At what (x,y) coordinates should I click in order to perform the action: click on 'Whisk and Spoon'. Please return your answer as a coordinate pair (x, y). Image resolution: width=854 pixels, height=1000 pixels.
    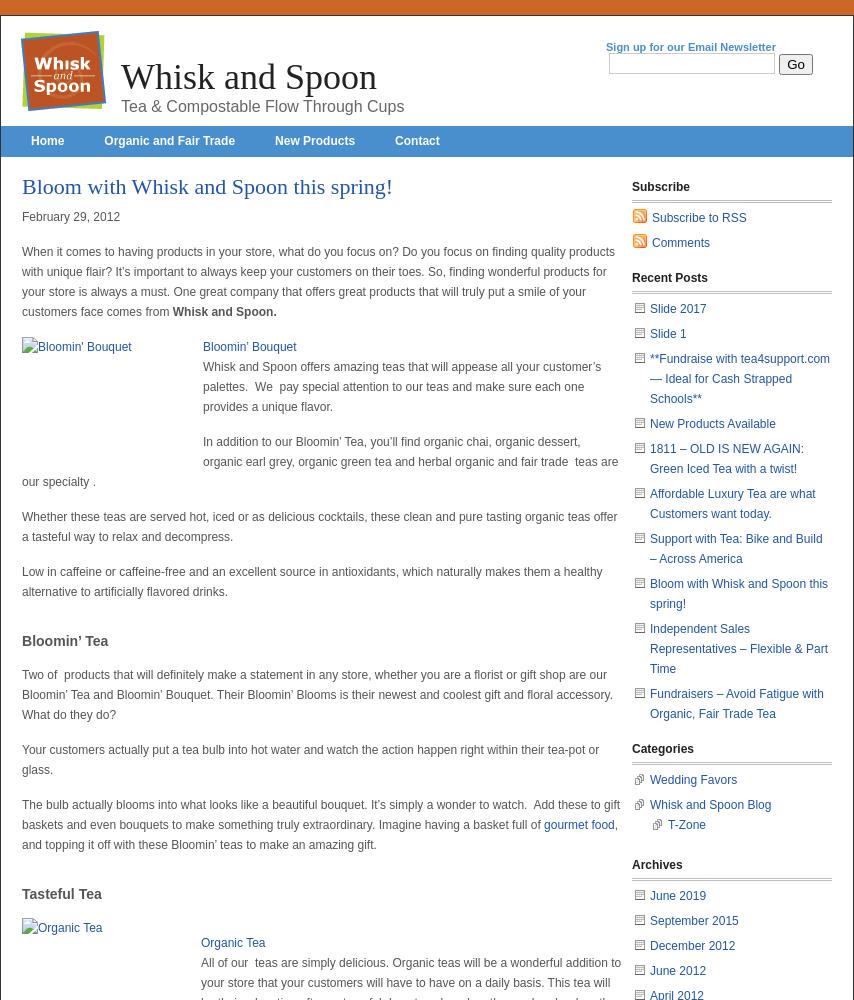
    Looking at the image, I should click on (248, 76).